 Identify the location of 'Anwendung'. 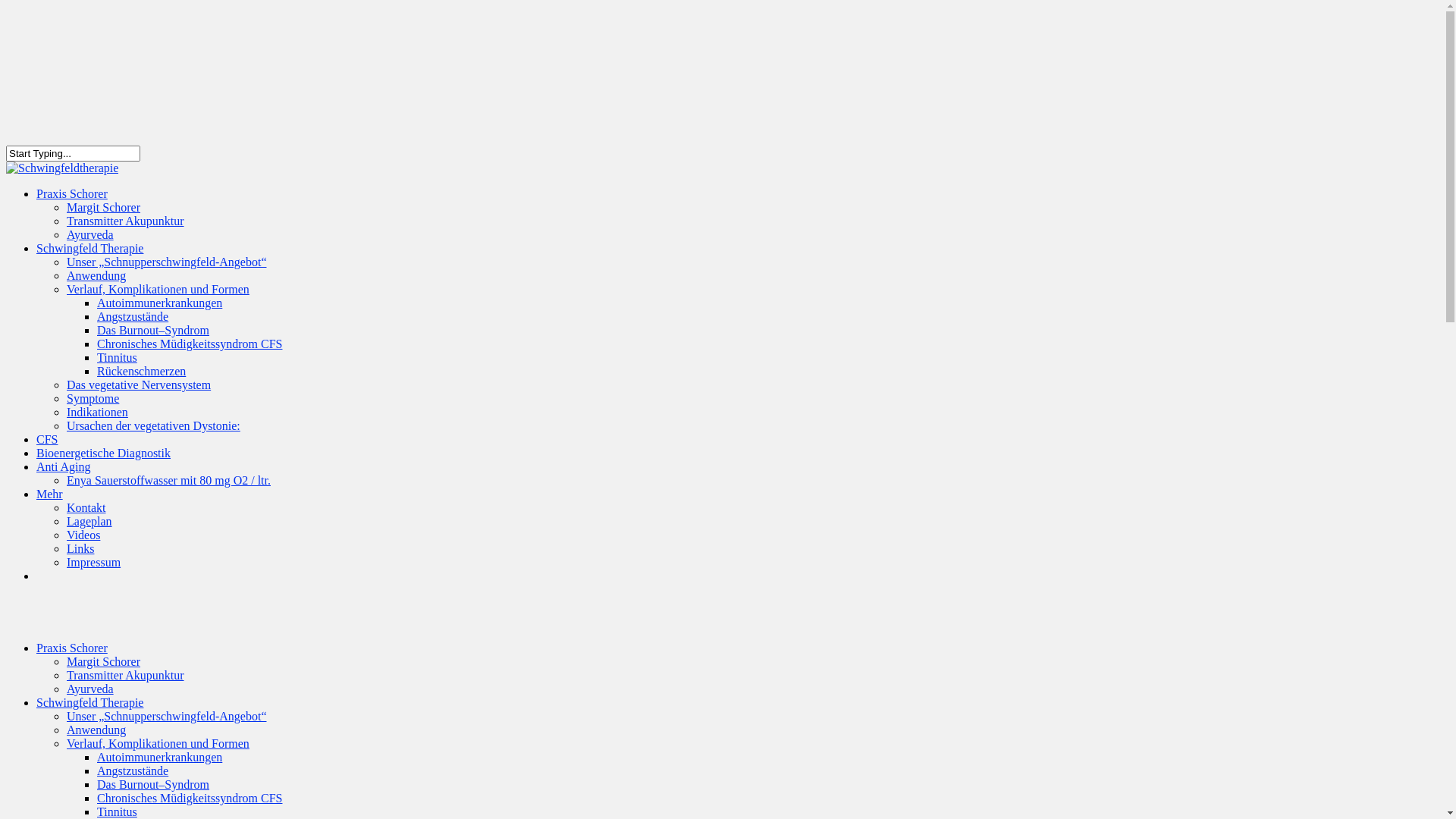
(95, 729).